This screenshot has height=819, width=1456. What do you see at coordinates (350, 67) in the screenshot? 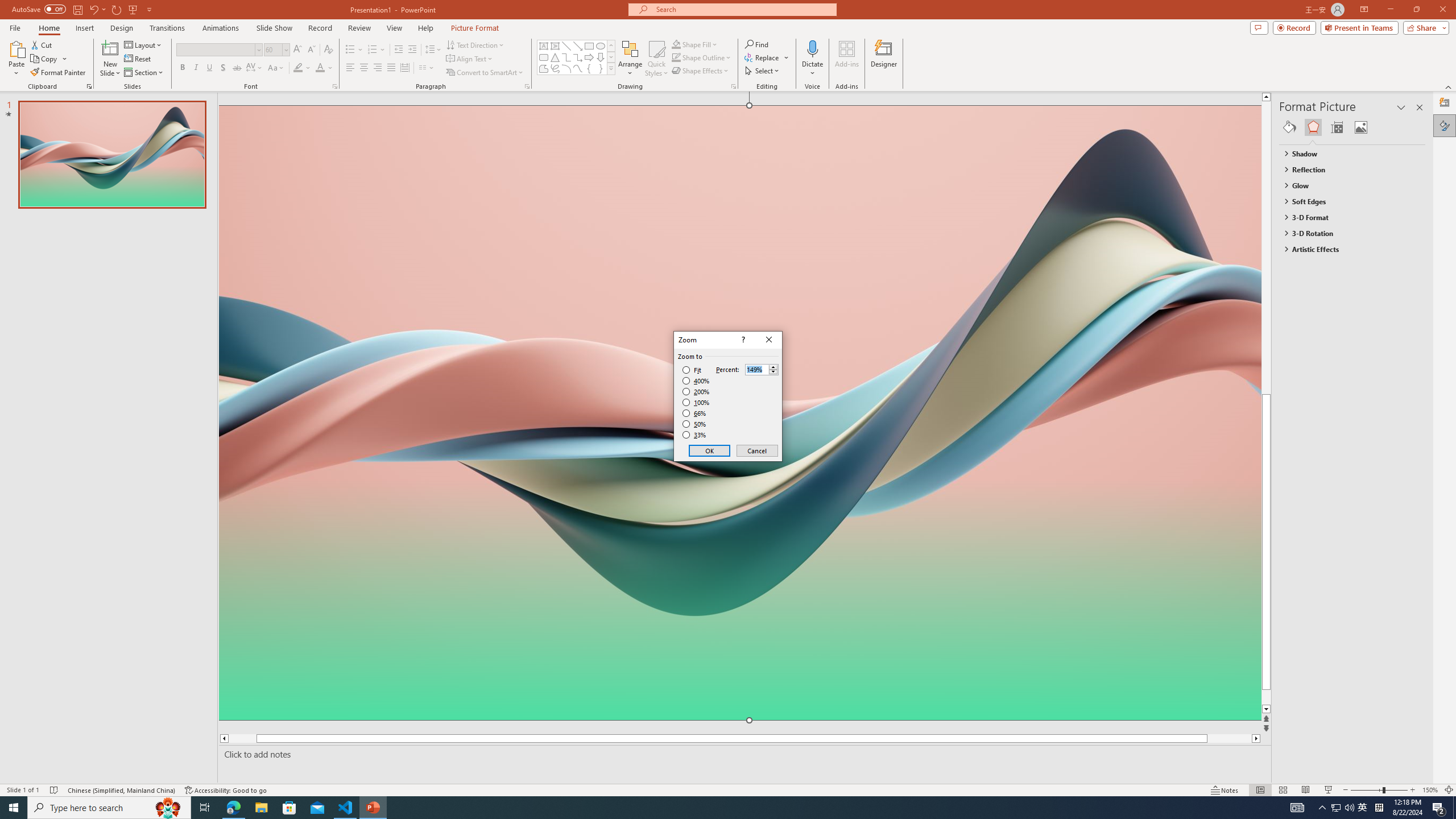
I see `'Align Left'` at bounding box center [350, 67].